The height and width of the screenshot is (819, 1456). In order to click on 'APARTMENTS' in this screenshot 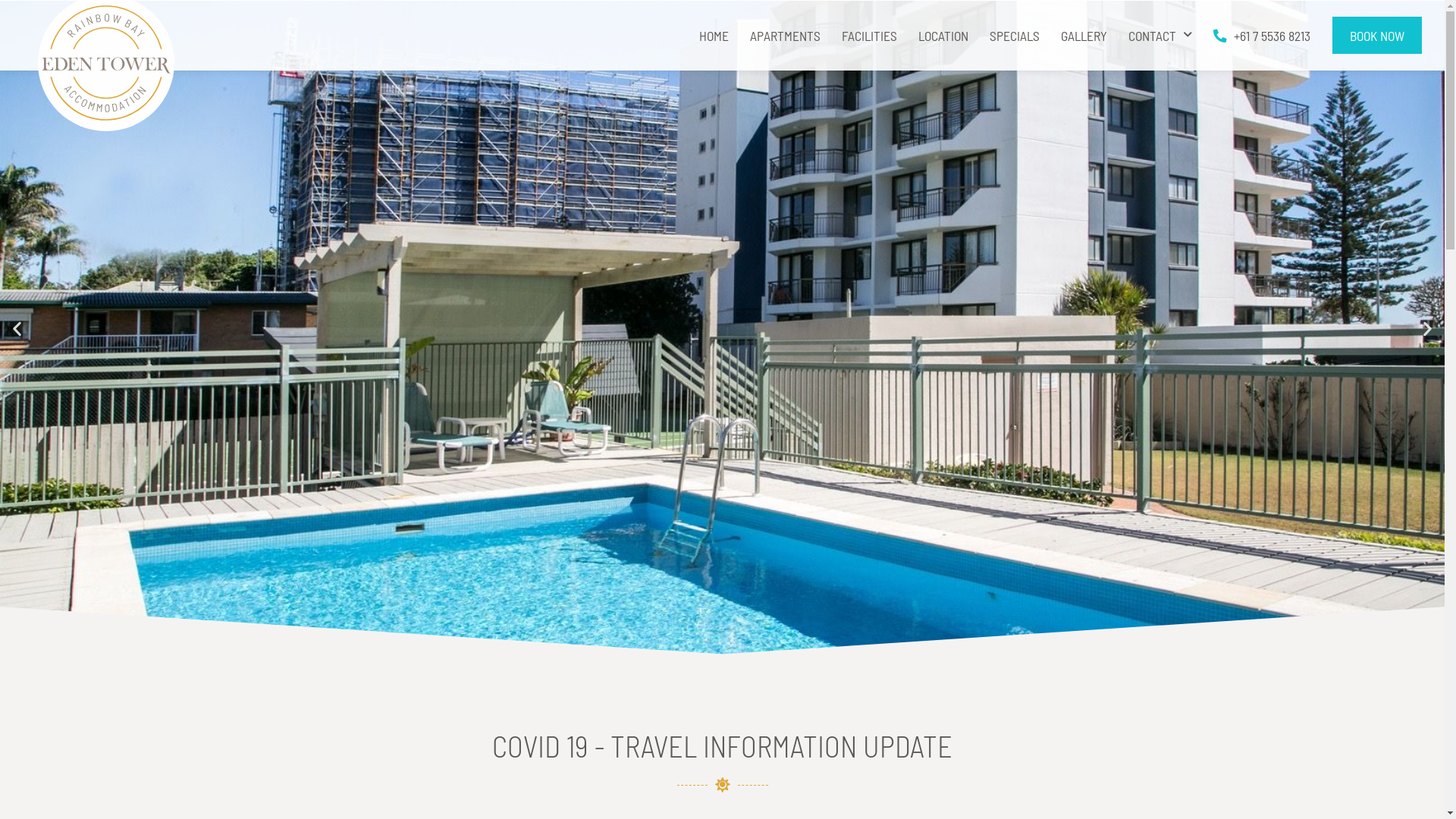, I will do `click(785, 34)`.